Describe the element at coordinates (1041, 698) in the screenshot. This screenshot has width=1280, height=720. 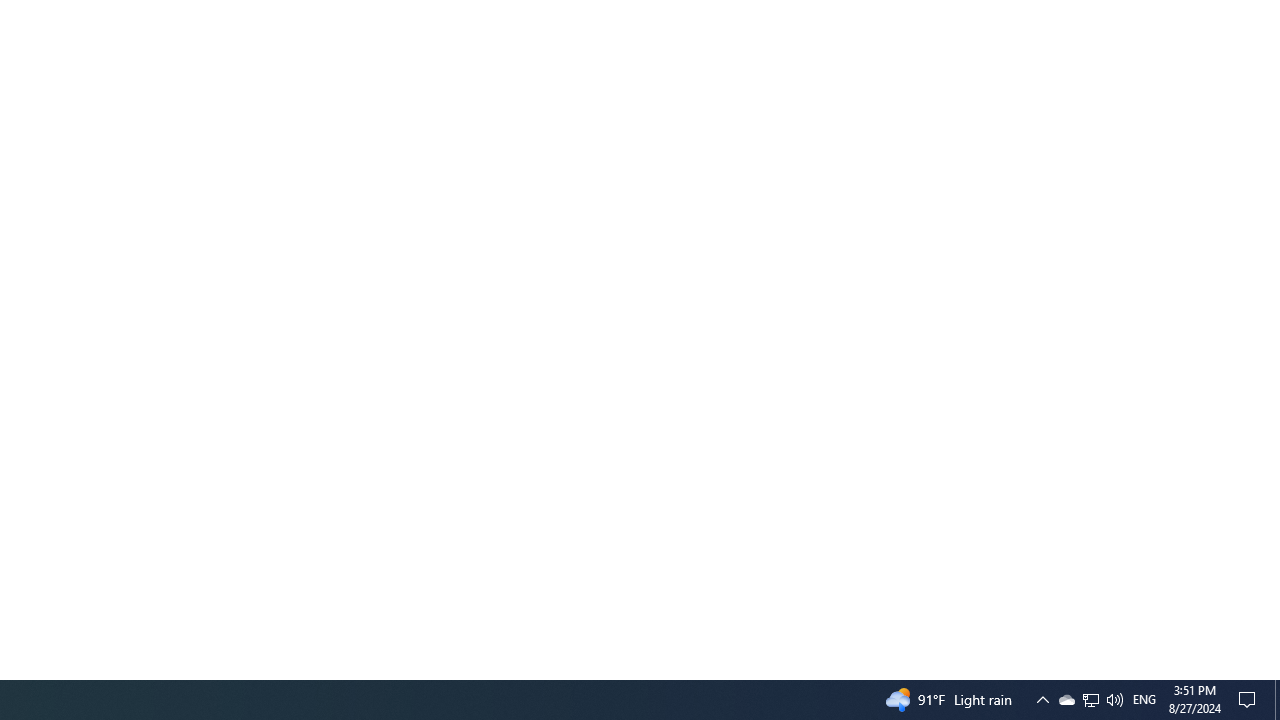
I see `'Notification Chevron'` at that location.